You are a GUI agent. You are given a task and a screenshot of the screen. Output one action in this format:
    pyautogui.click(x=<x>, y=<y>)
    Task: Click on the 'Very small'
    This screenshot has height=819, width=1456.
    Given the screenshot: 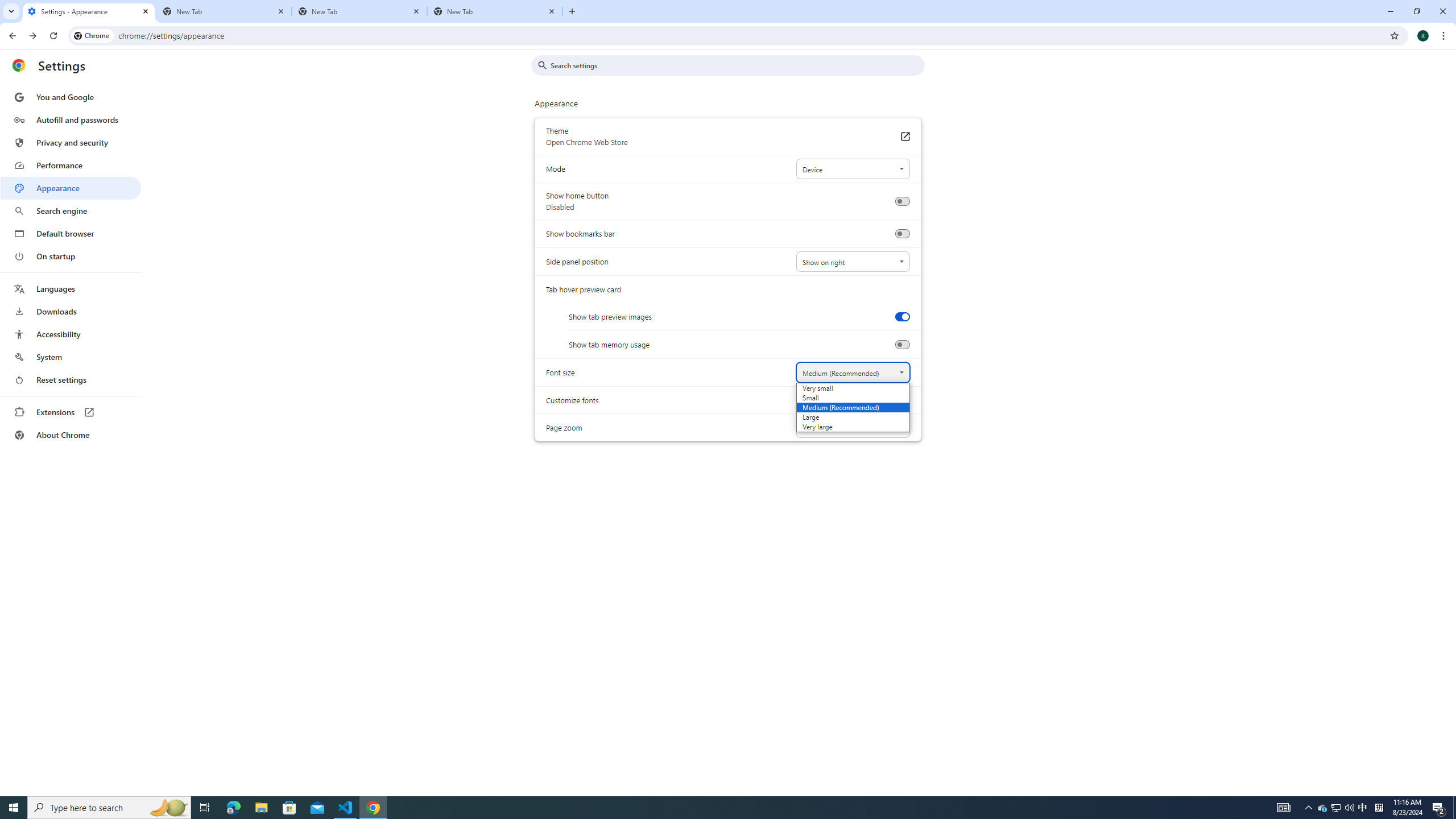 What is the action you would take?
    pyautogui.click(x=837, y=387)
    